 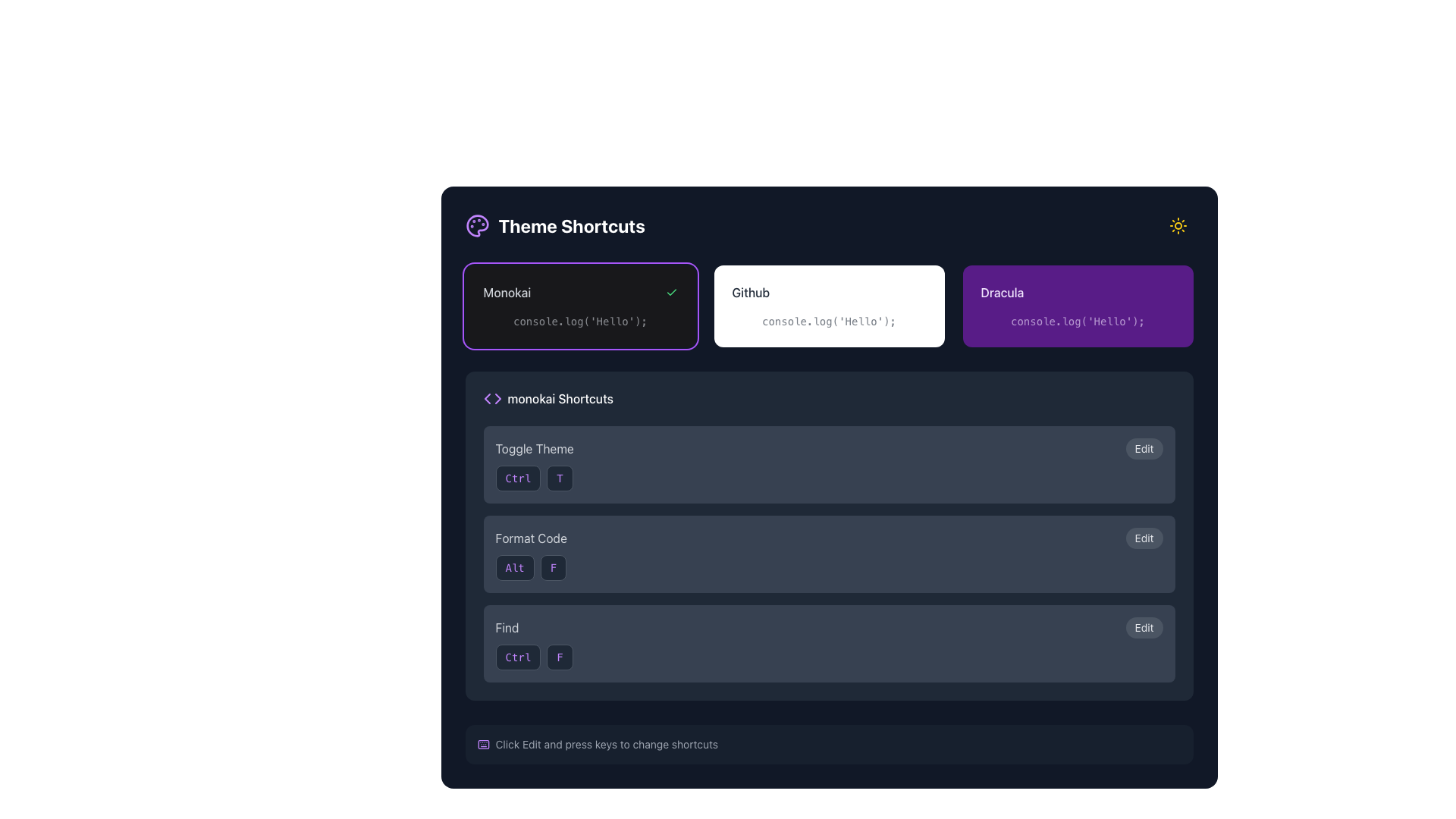 What do you see at coordinates (518, 479) in the screenshot?
I see `the rectangular button labeled 'Ctrl' with a dark gray background and purple text, located in the 'Toggle Theme' section of the 'monokai Shortcuts' panel` at bounding box center [518, 479].